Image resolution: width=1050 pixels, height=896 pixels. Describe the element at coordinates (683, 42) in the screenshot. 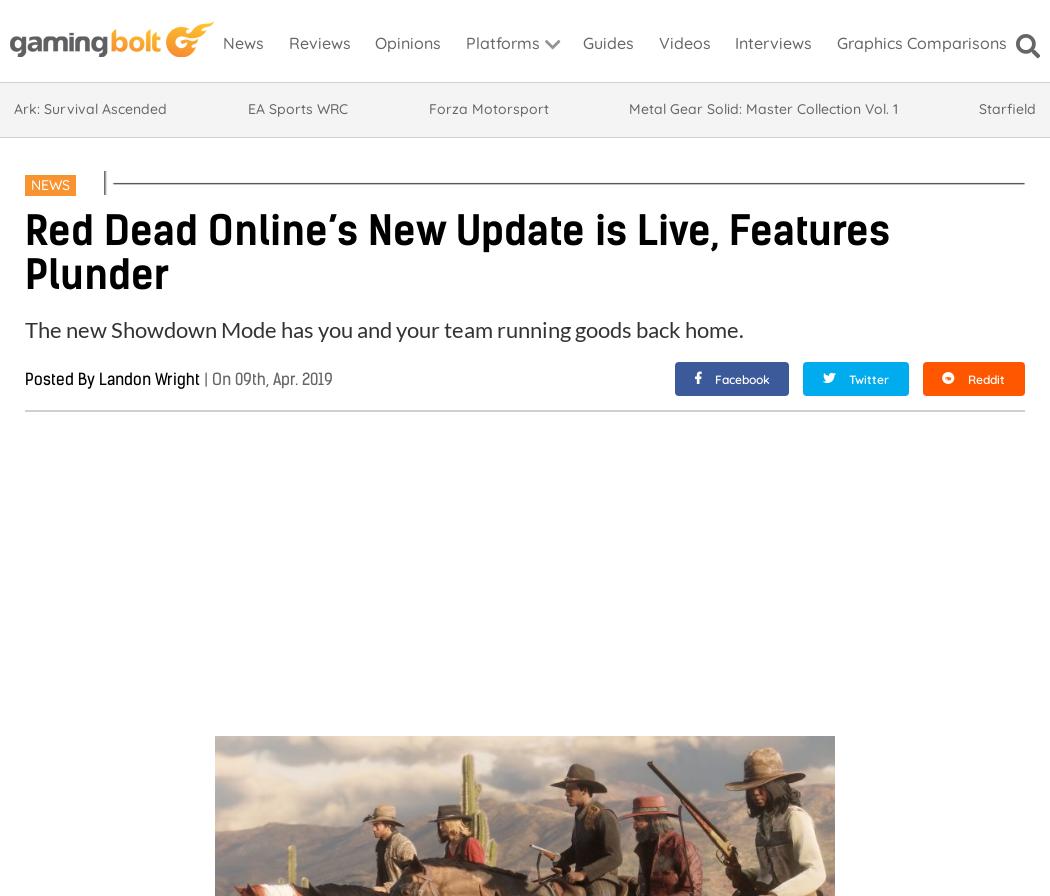

I see `'Videos'` at that location.